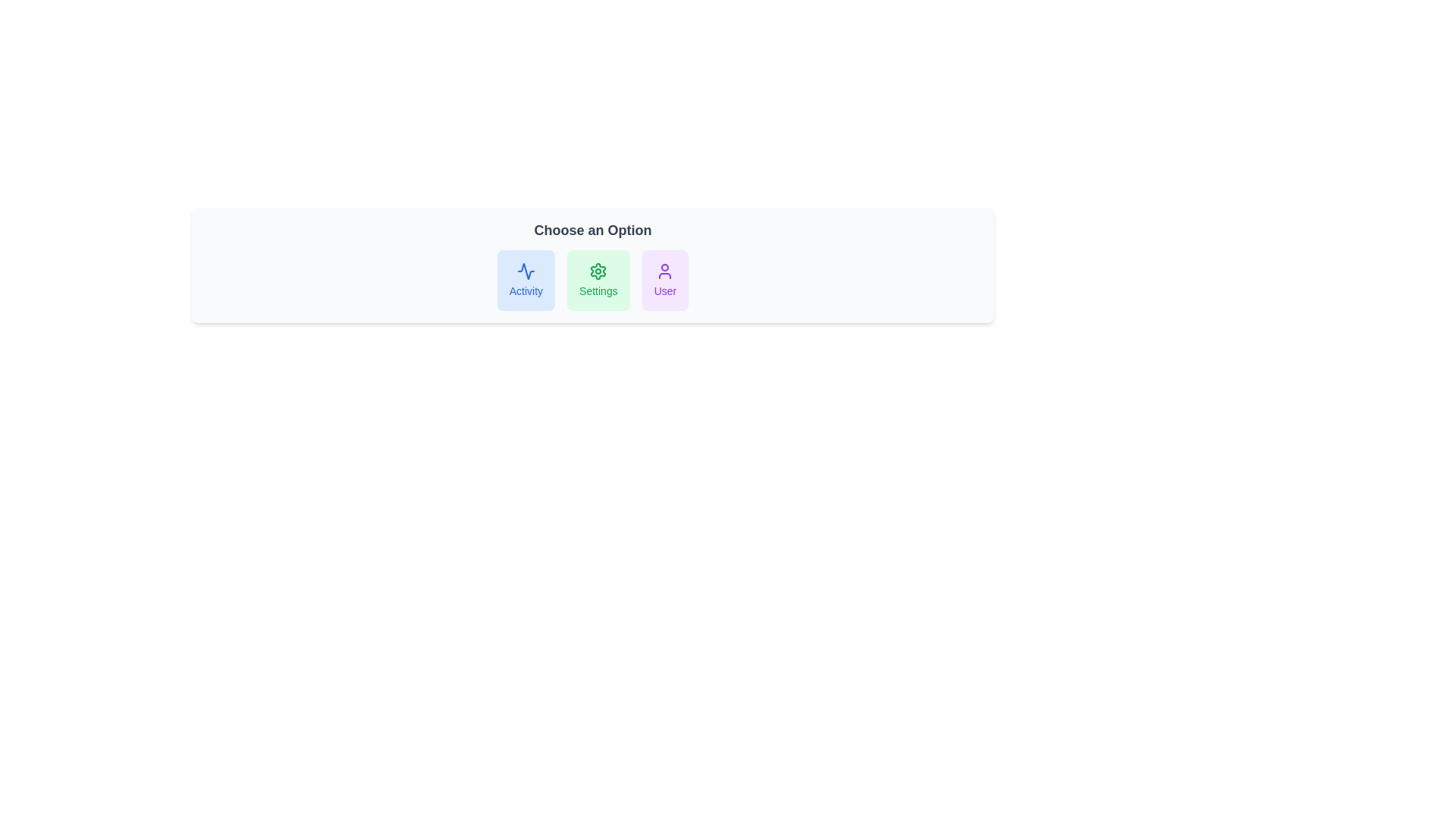 The image size is (1456, 819). Describe the element at coordinates (665, 291) in the screenshot. I see `text label located below the icon in the third button from the left in a horizontal row of three buttons` at that location.